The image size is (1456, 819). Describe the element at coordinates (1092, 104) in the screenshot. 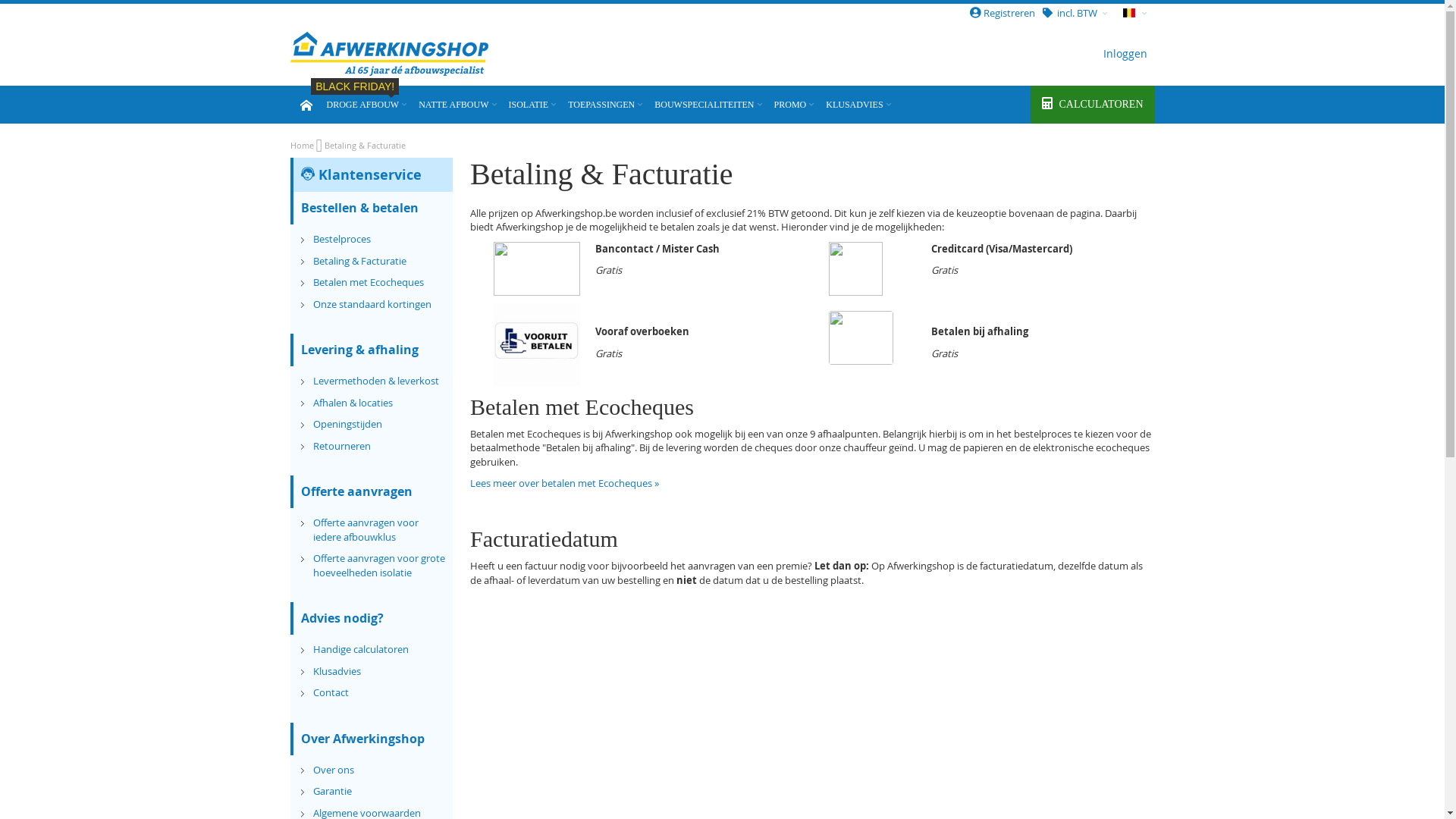

I see `'CALCULATOREN'` at that location.